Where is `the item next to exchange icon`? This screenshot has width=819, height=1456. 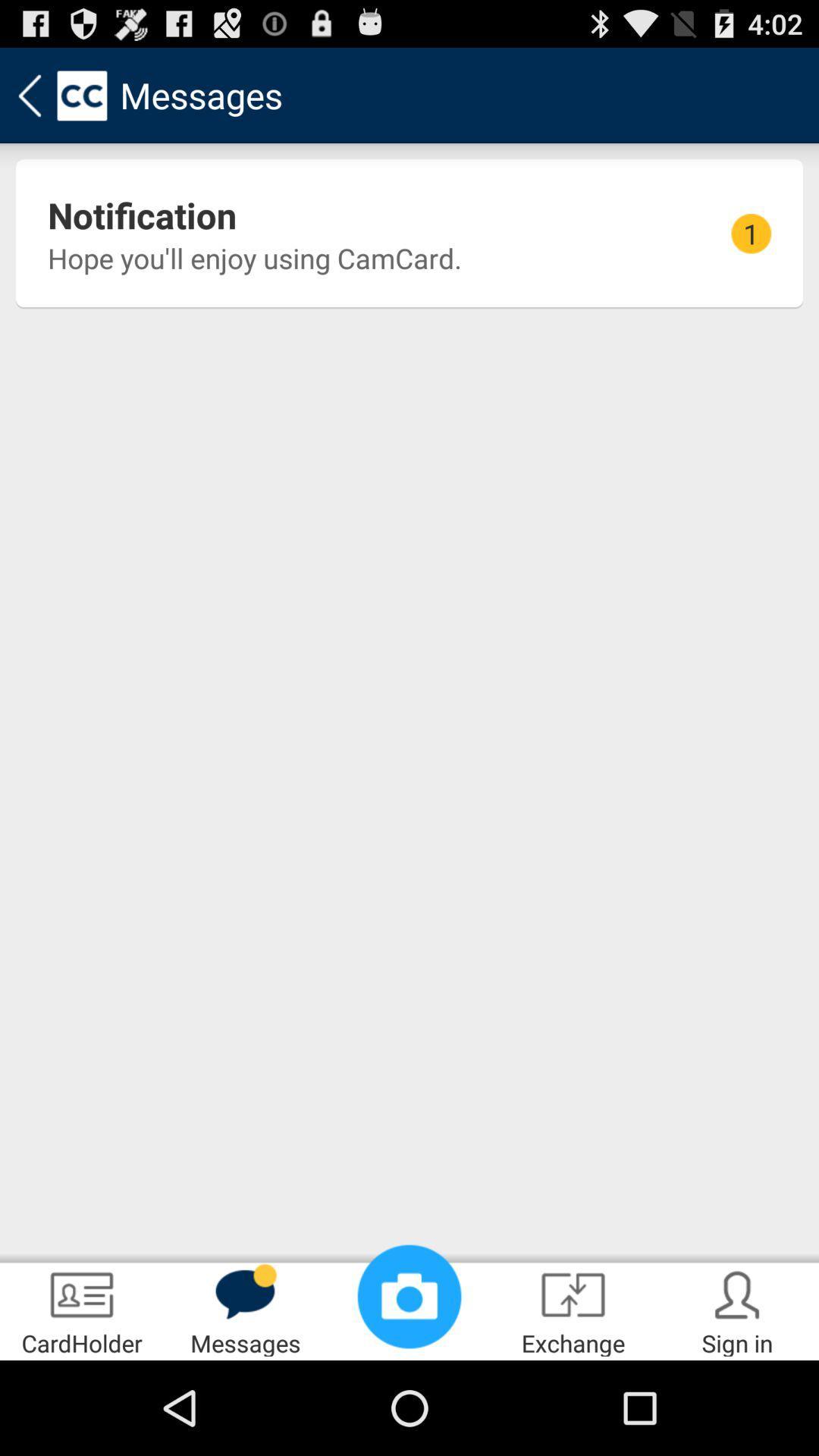 the item next to exchange icon is located at coordinates (409, 1295).